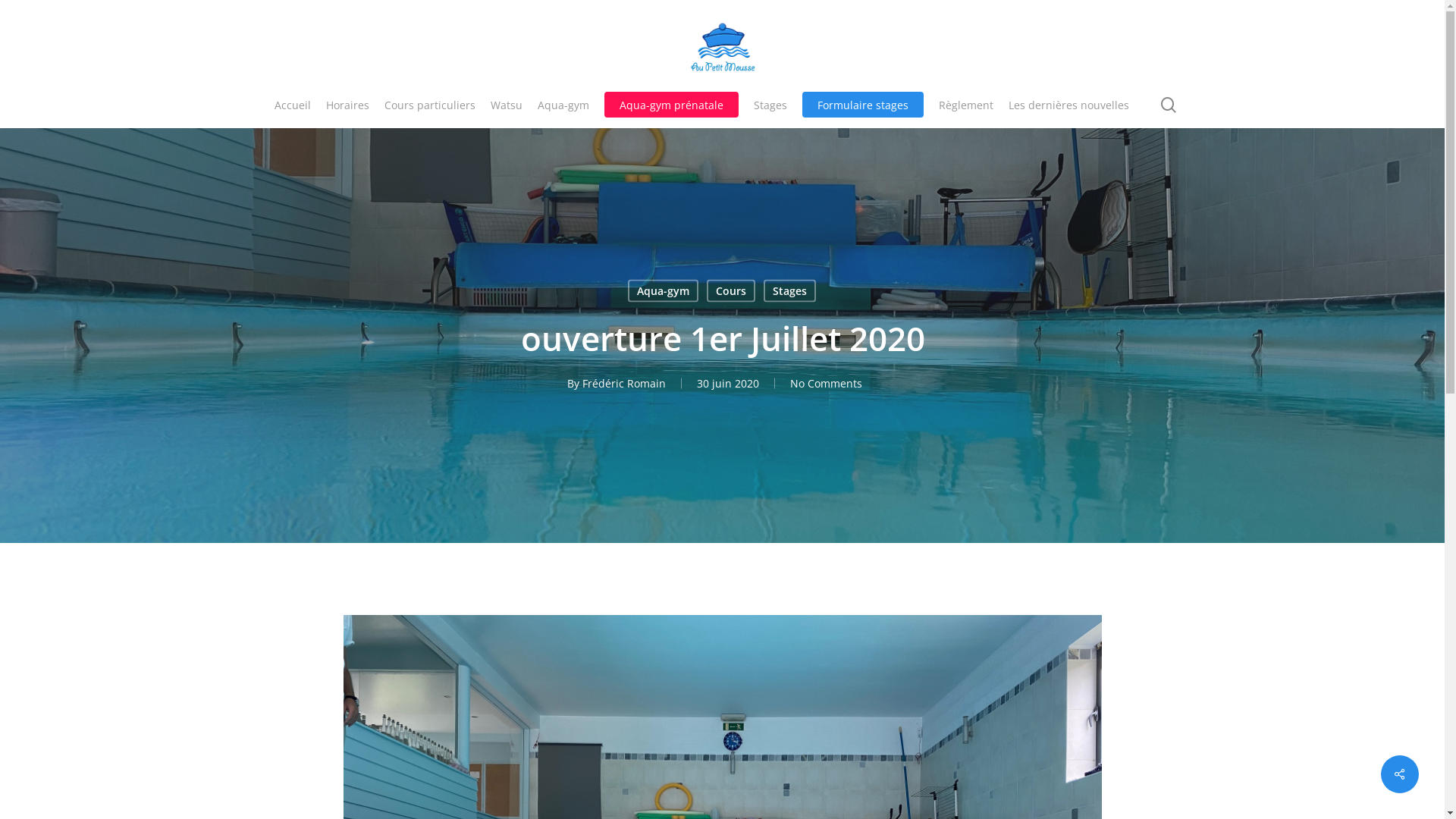 The width and height of the screenshot is (1456, 819). Describe the element at coordinates (347, 104) in the screenshot. I see `'Horaires'` at that location.